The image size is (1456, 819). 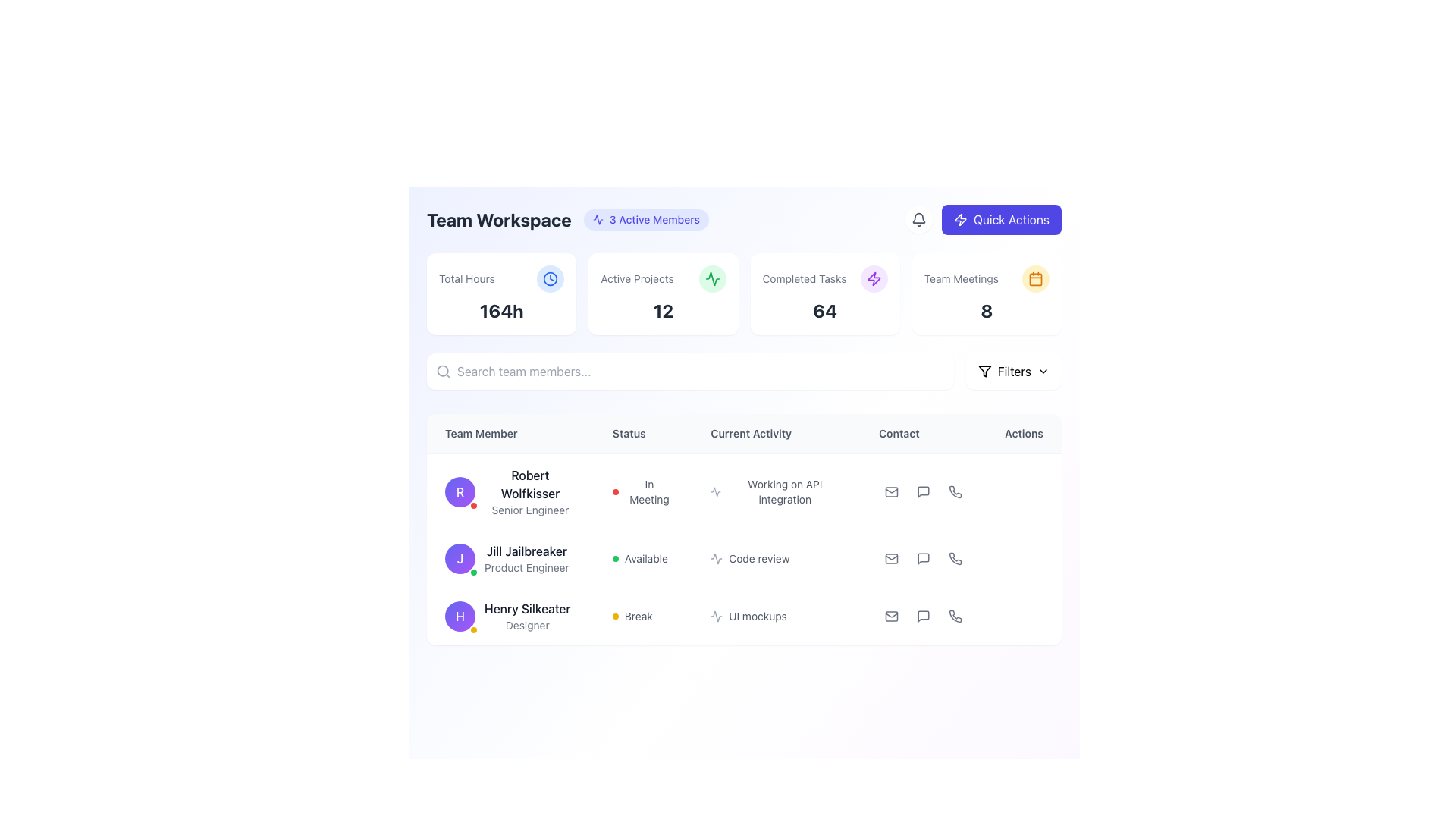 What do you see at coordinates (744, 529) in the screenshot?
I see `a row in the team members table, which has a white background and alternating row shading for readability` at bounding box center [744, 529].